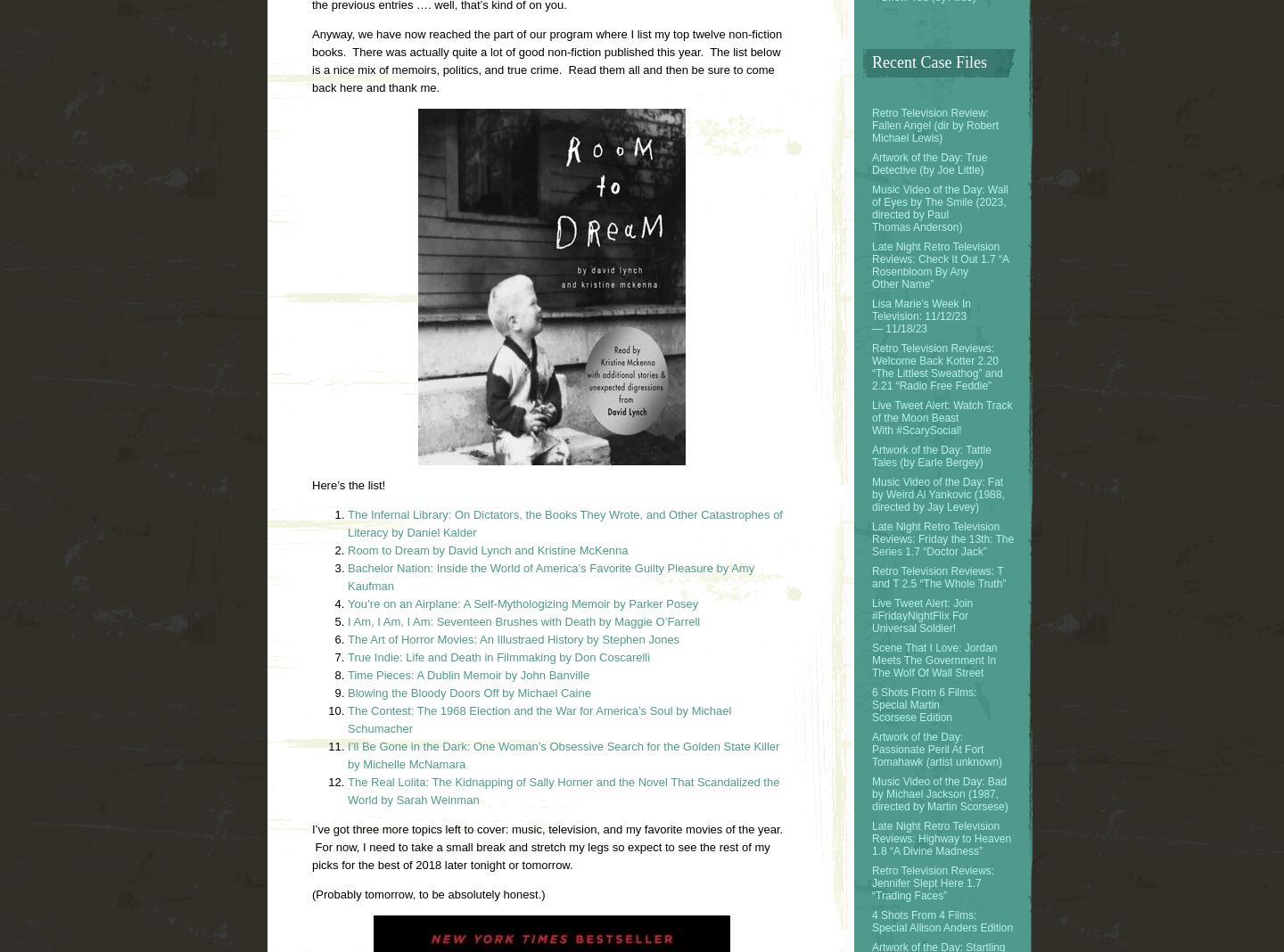  I want to click on 'I’ll Be Gone in the Dark: One Woman’s Obsessive Search for the Golden State Killer by Michelle McNamara', so click(563, 754).